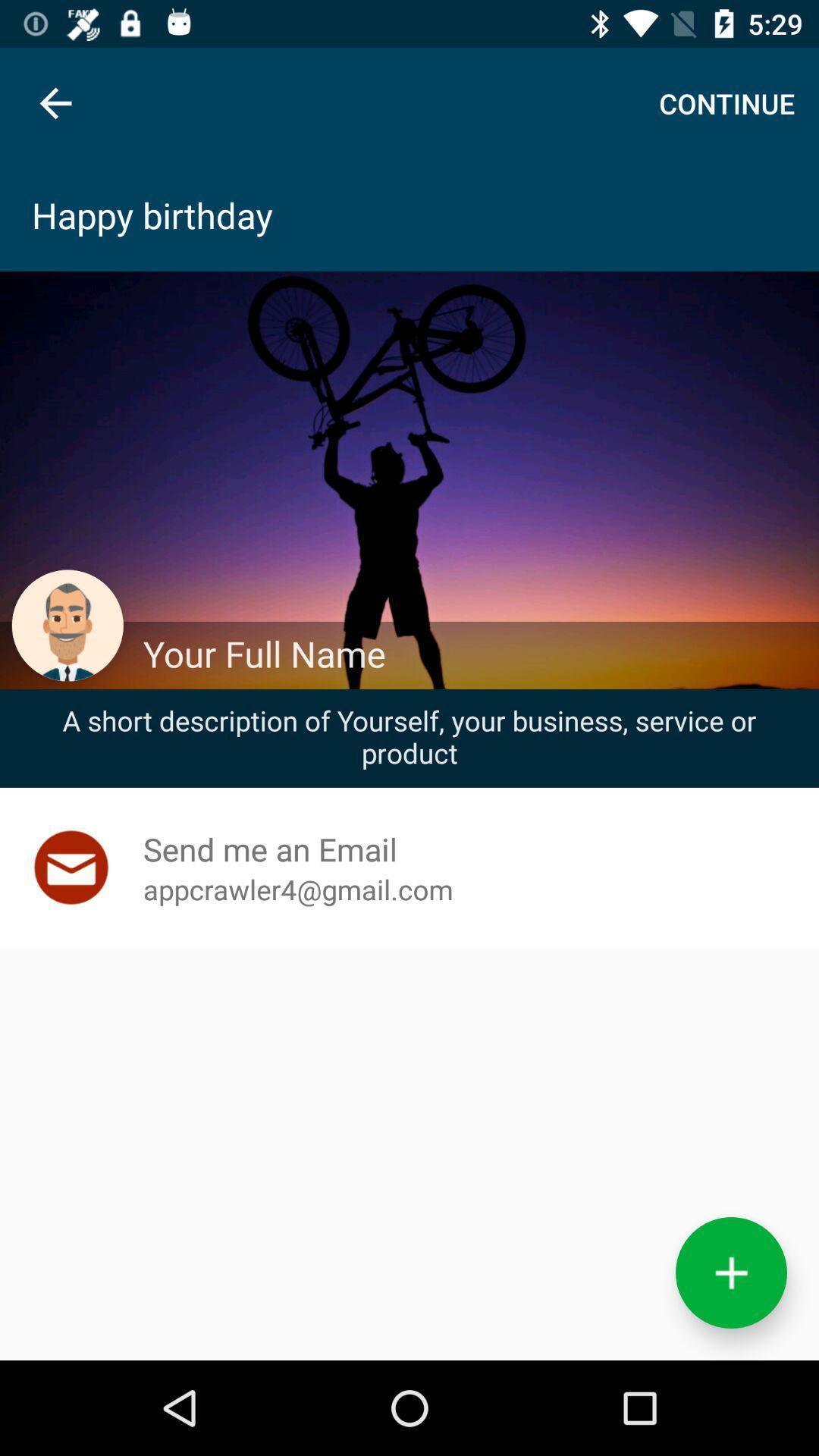 This screenshot has width=819, height=1456. Describe the element at coordinates (55, 102) in the screenshot. I see `icon above the happy birthday` at that location.